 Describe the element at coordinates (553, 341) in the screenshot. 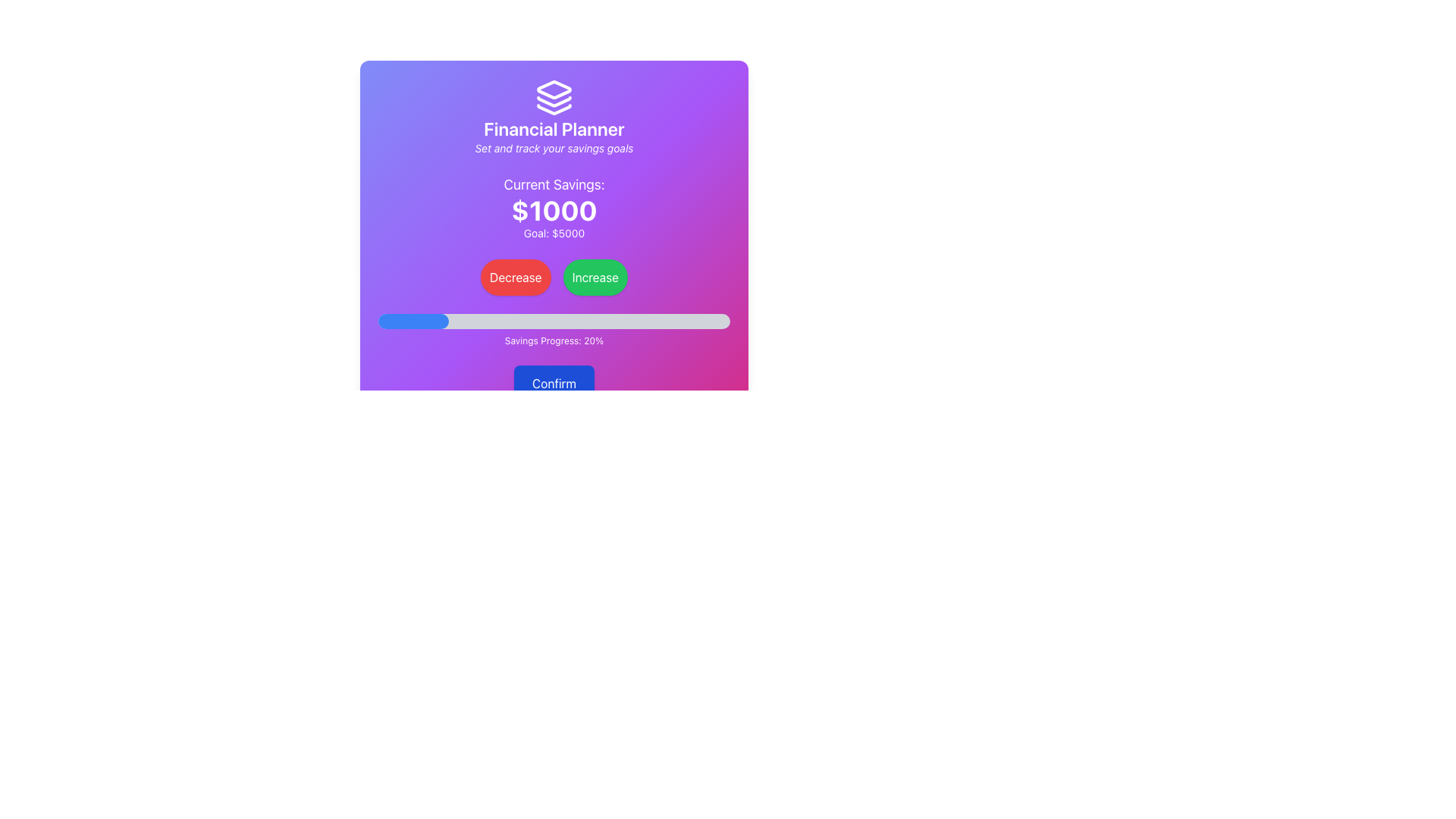

I see `the label displaying 'Savings Progress: 20%' which is located below the progress bar in the savings section of the interface` at that location.